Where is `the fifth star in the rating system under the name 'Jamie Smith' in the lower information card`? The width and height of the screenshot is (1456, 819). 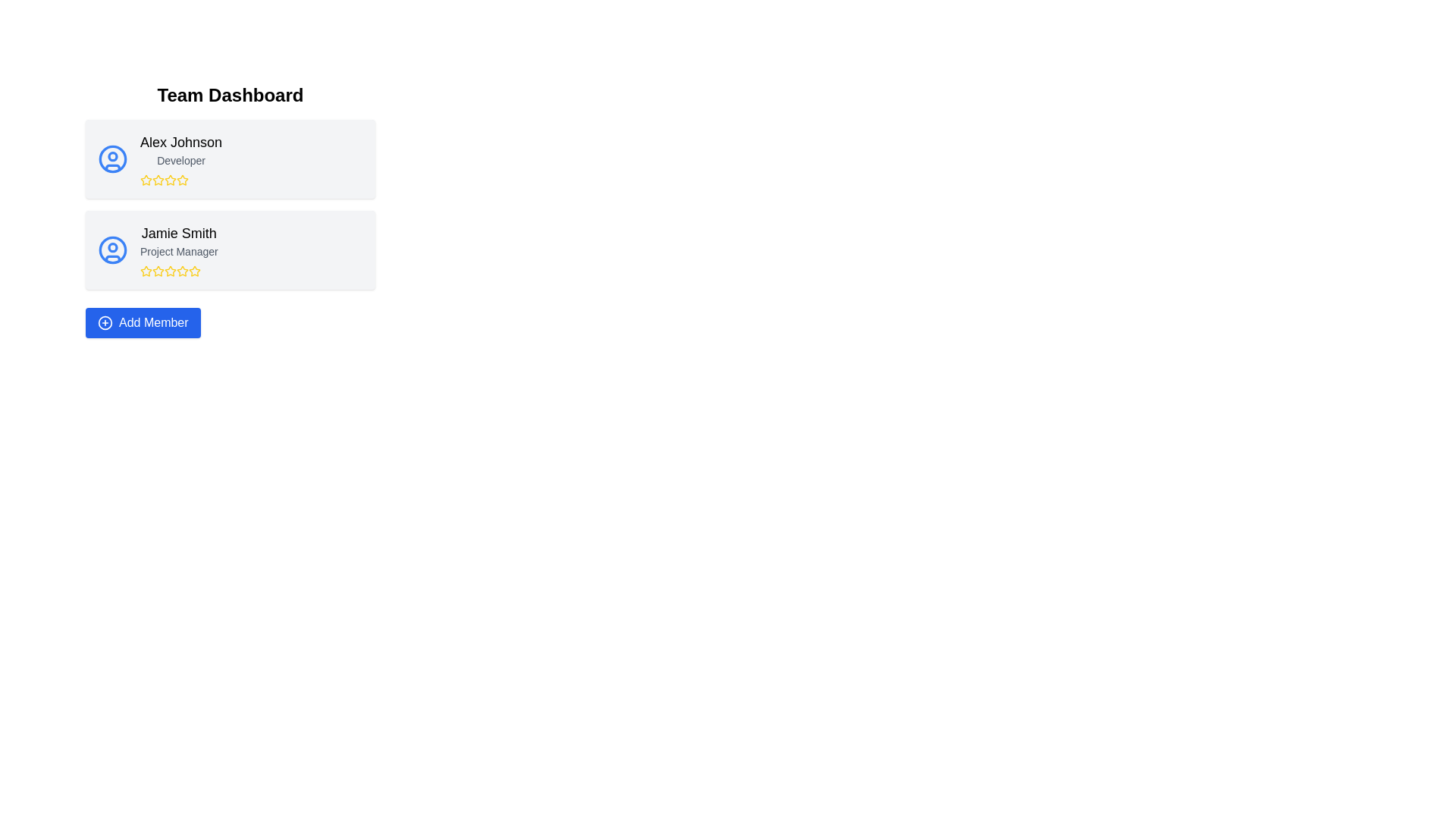 the fifth star in the rating system under the name 'Jamie Smith' in the lower information card is located at coordinates (194, 271).